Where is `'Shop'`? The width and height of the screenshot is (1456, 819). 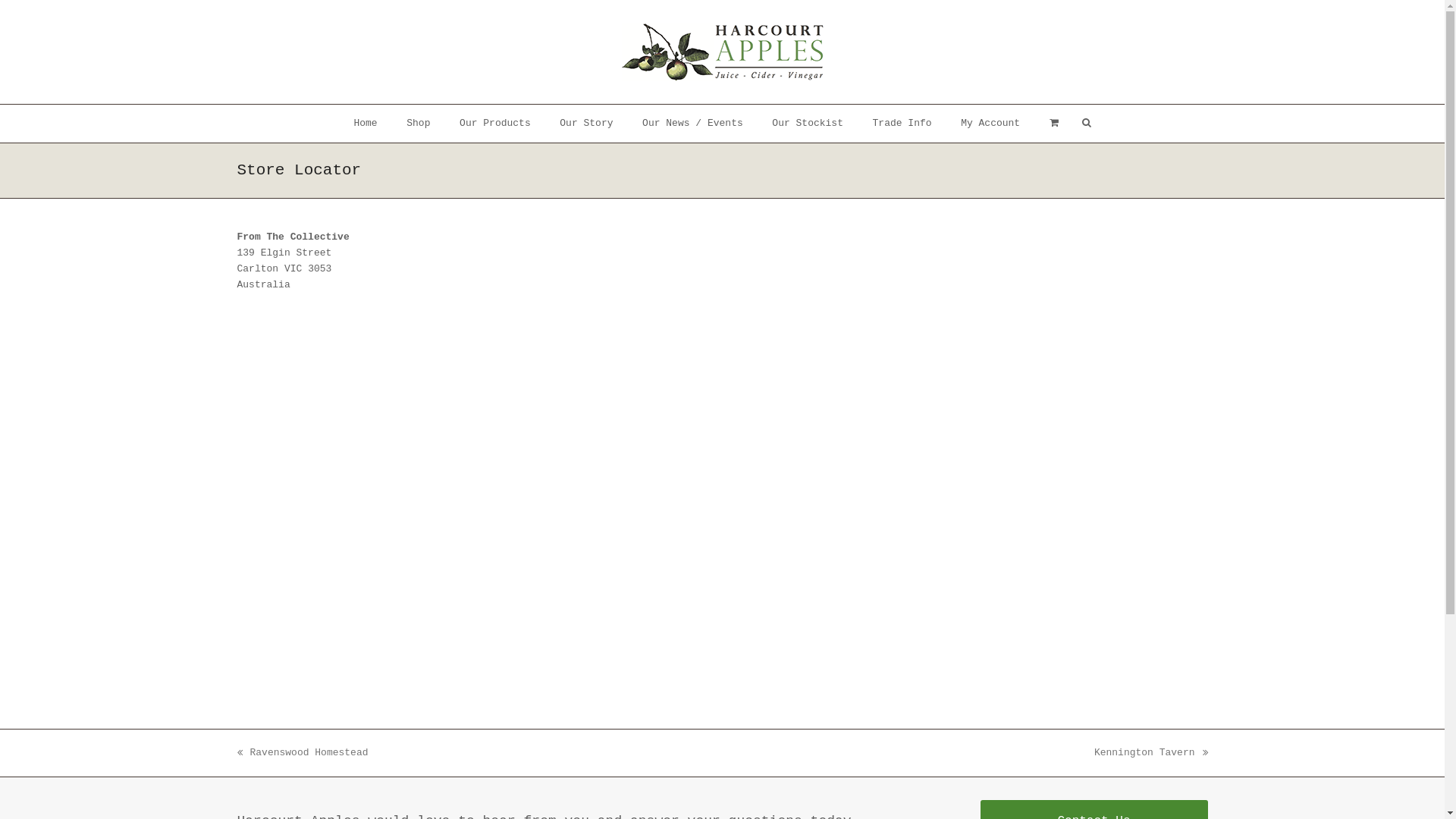
'Shop' is located at coordinates (419, 122).